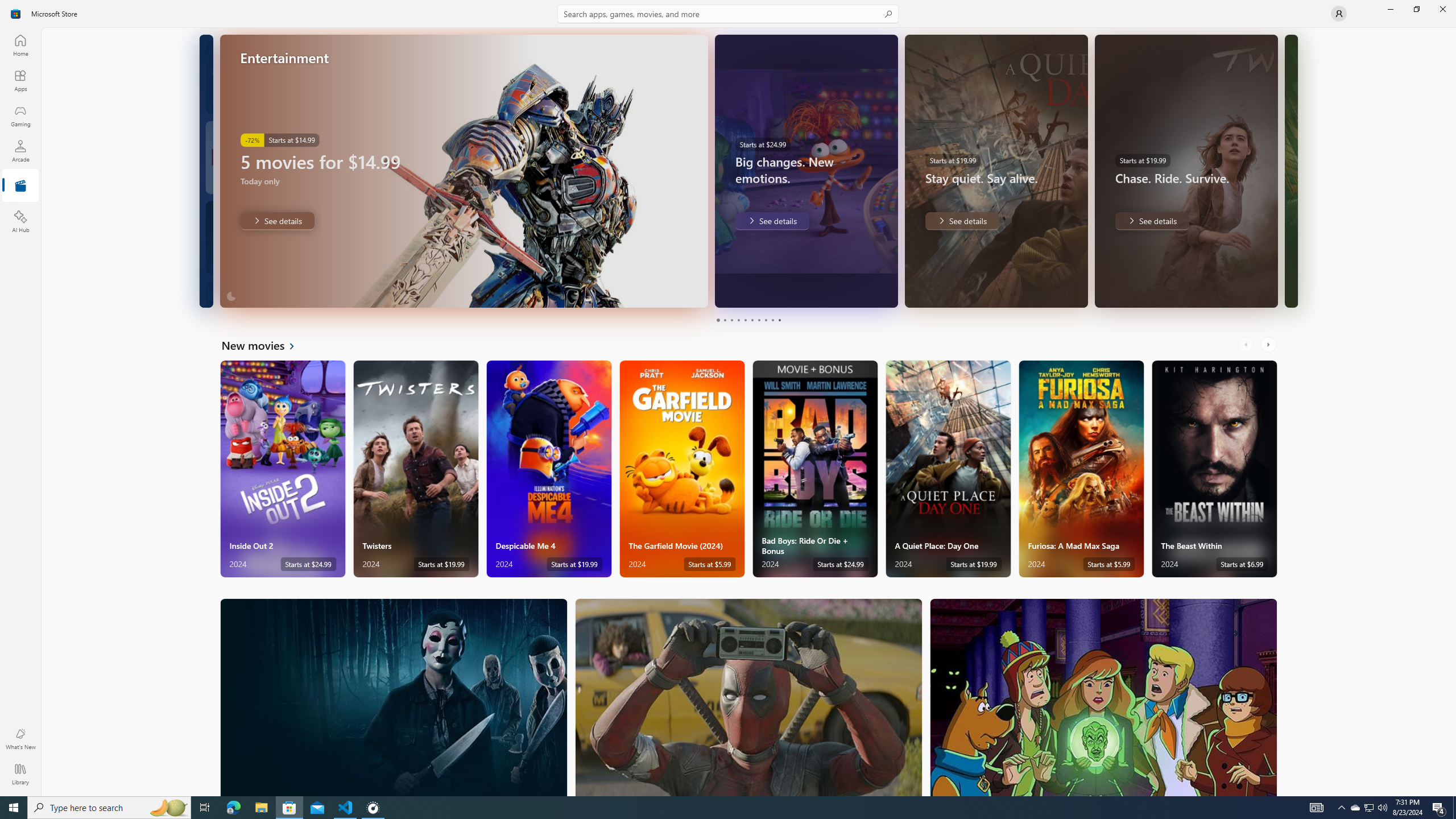 This screenshot has width=1456, height=819. What do you see at coordinates (1269, 344) in the screenshot?
I see `'AutomationID: RightScrollButton'` at bounding box center [1269, 344].